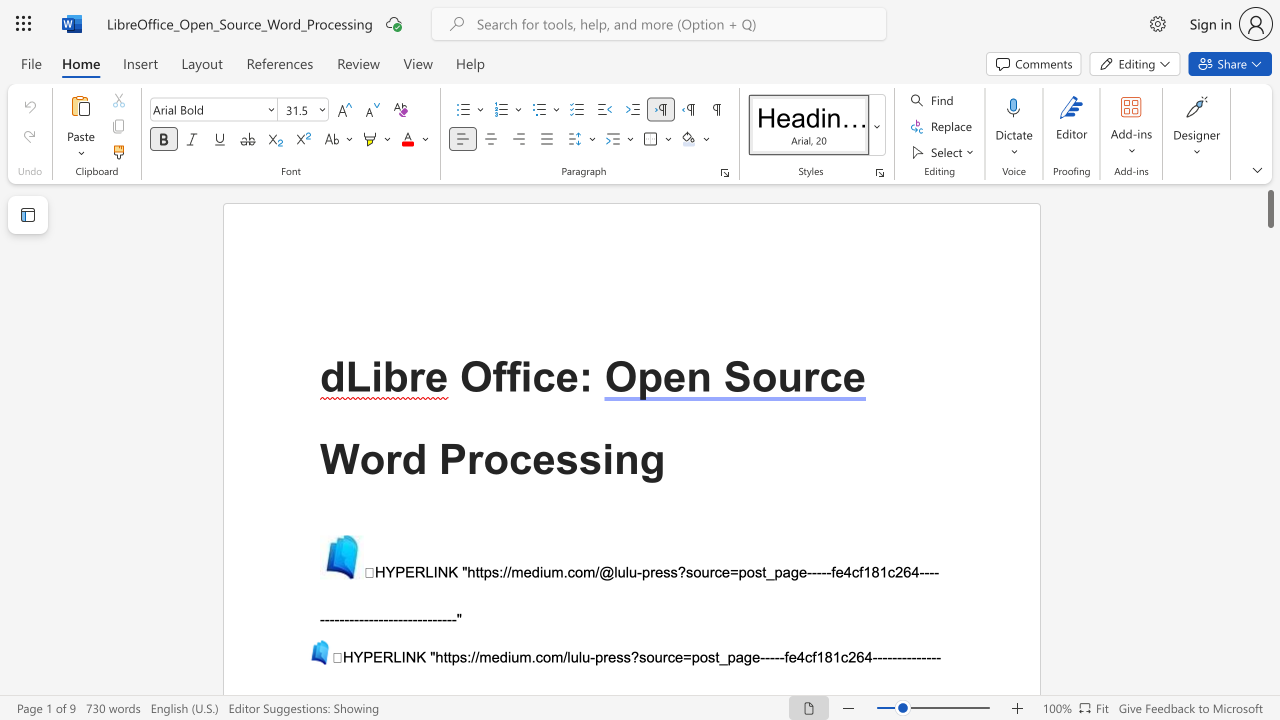  What do you see at coordinates (1269, 220) in the screenshot?
I see `the scrollbar on the right` at bounding box center [1269, 220].